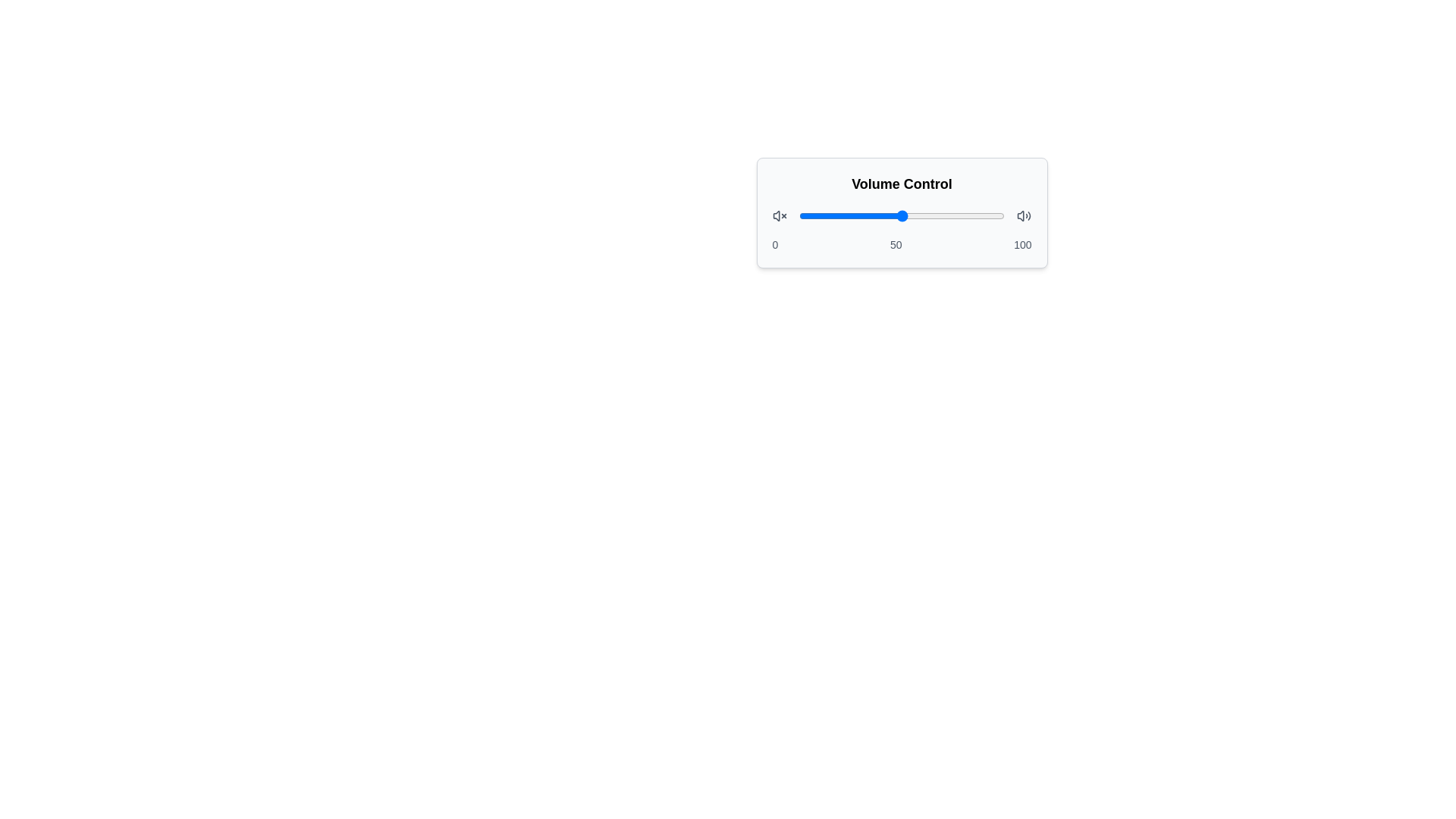 The image size is (1456, 819). What do you see at coordinates (918, 216) in the screenshot?
I see `the slider to set the volume to 58` at bounding box center [918, 216].